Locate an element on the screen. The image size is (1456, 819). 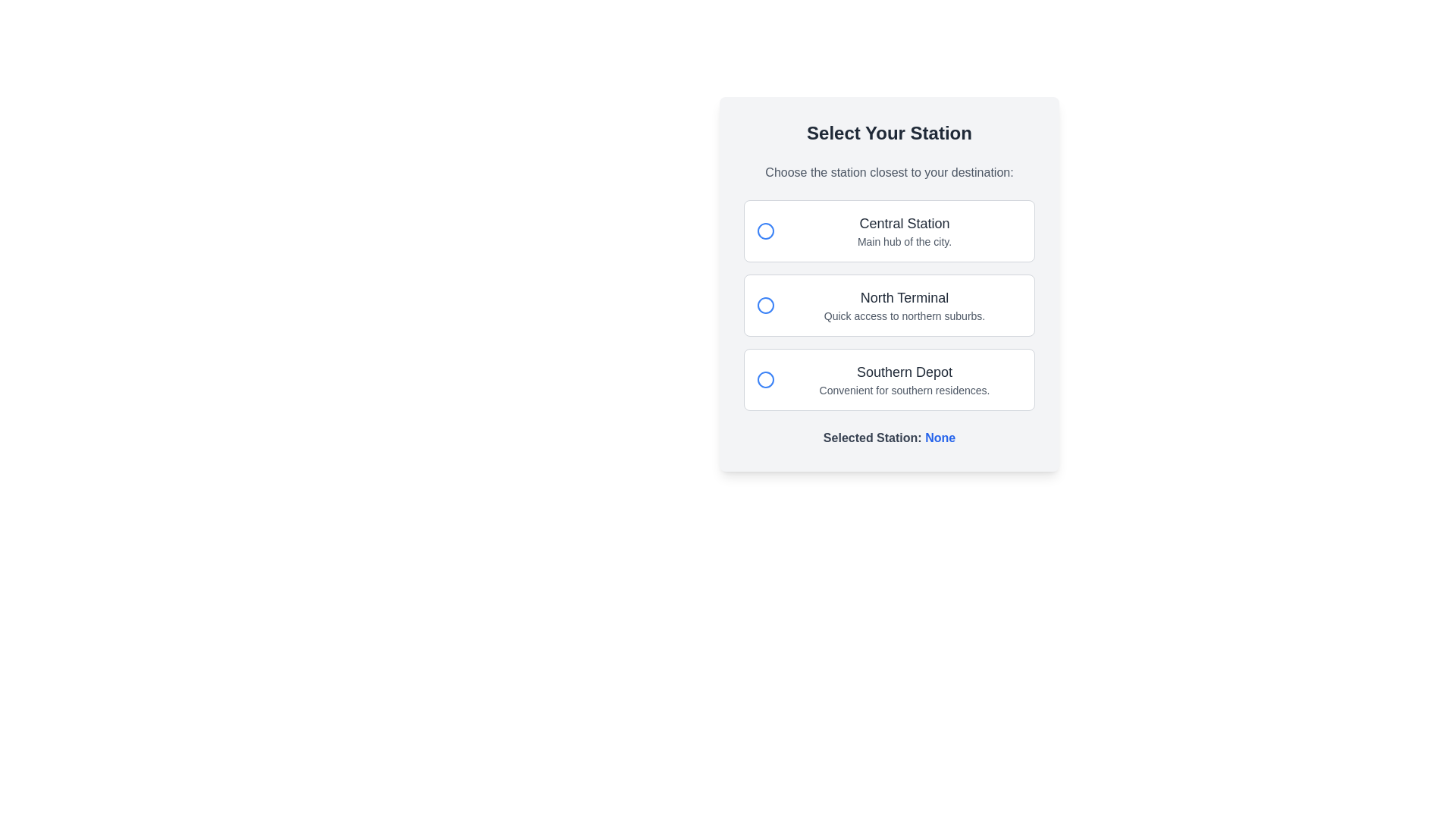
the static text card titled 'Central Station' which is the first card in a vertical list, featuring a gray border and rounded edges is located at coordinates (905, 231).